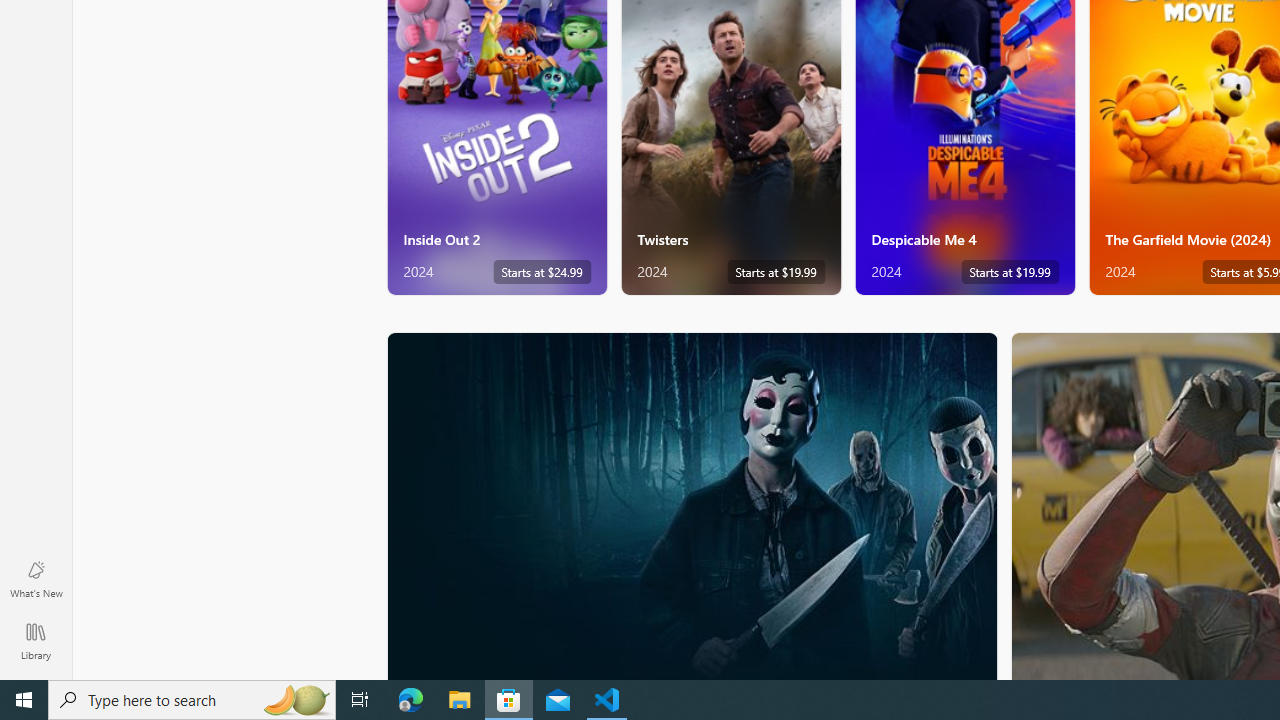 The image size is (1280, 720). I want to click on 'What', so click(35, 578).